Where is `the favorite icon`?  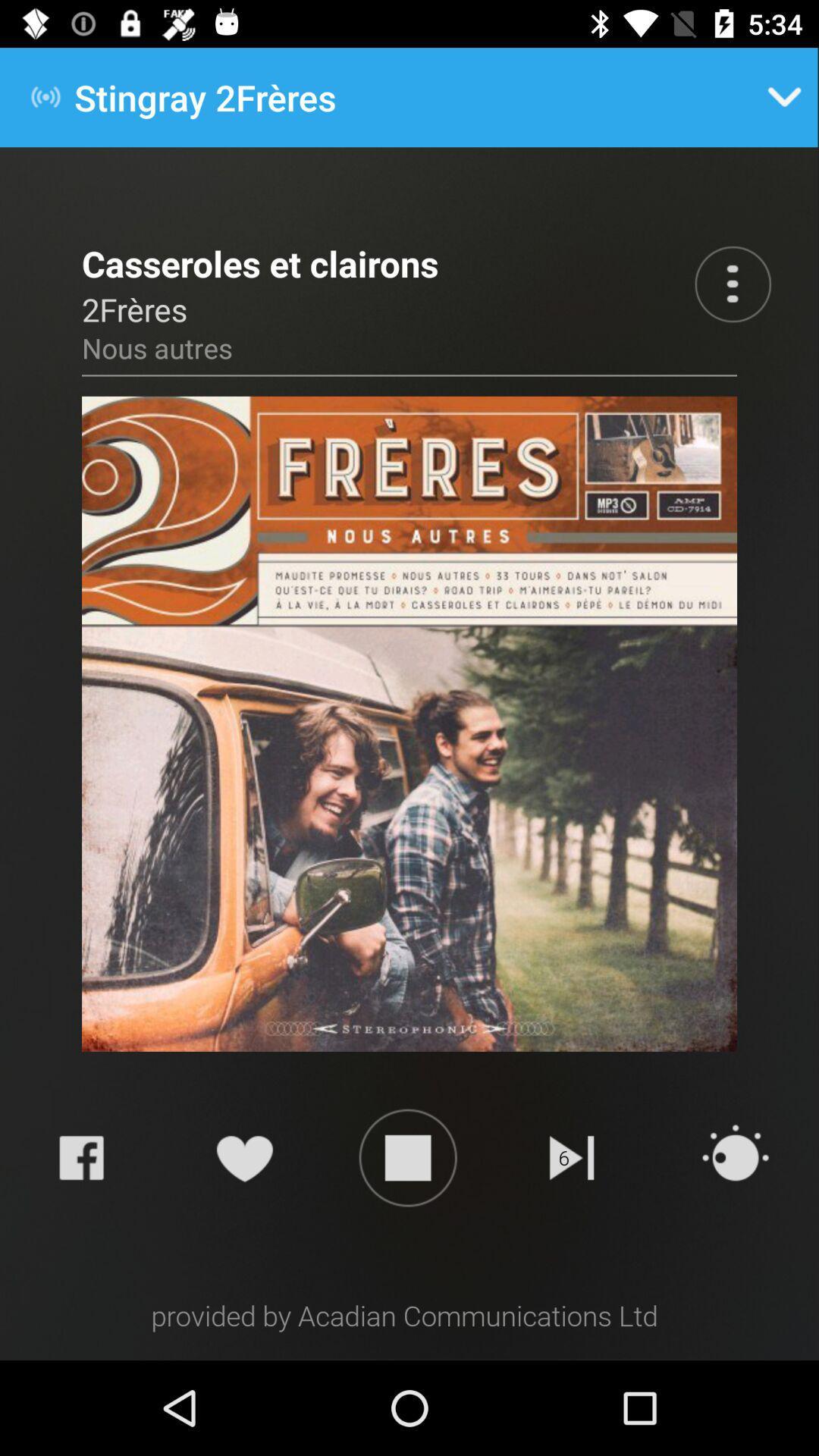
the favorite icon is located at coordinates (243, 1156).